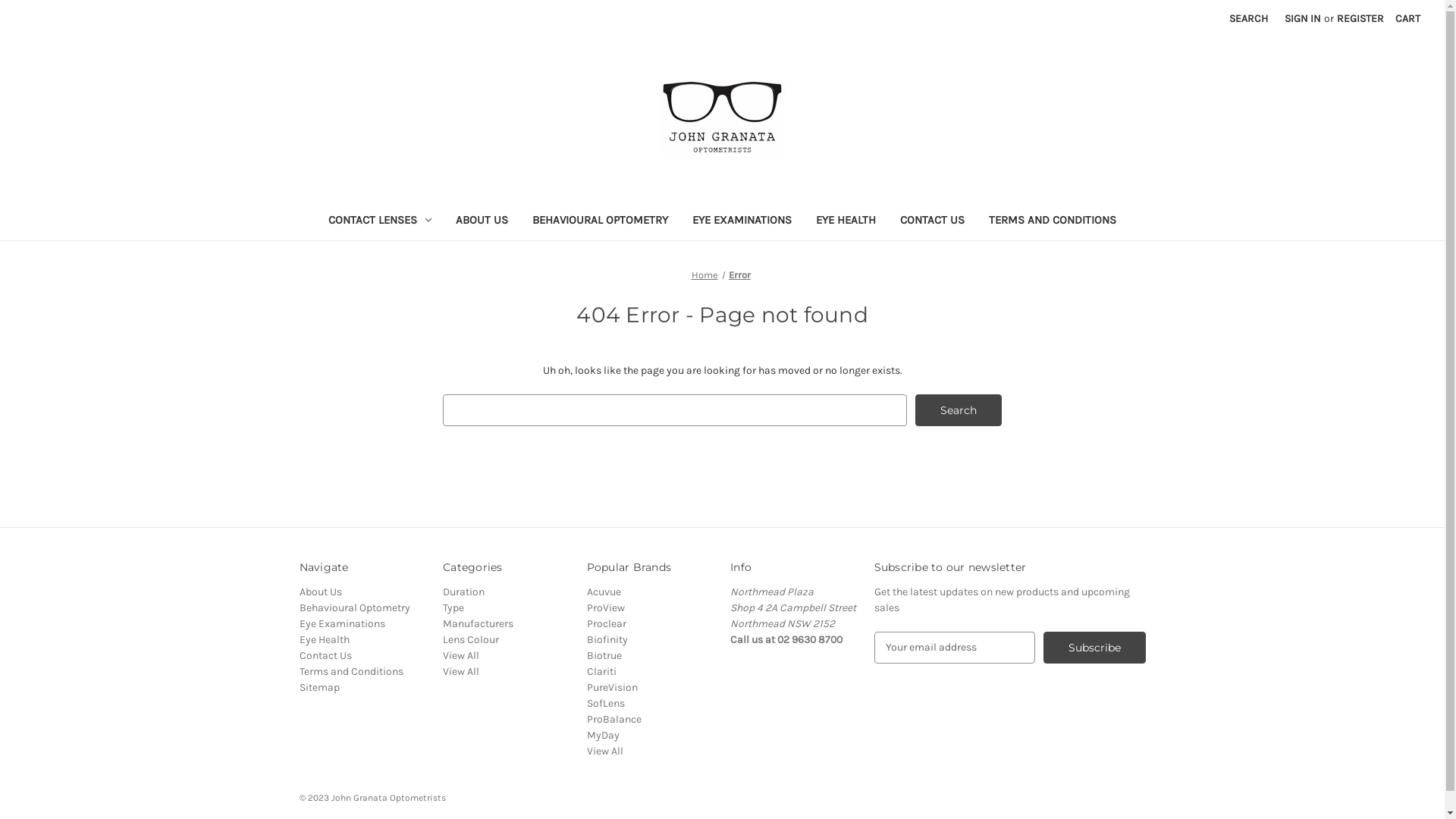  Describe the element at coordinates (704, 275) in the screenshot. I see `'Home'` at that location.